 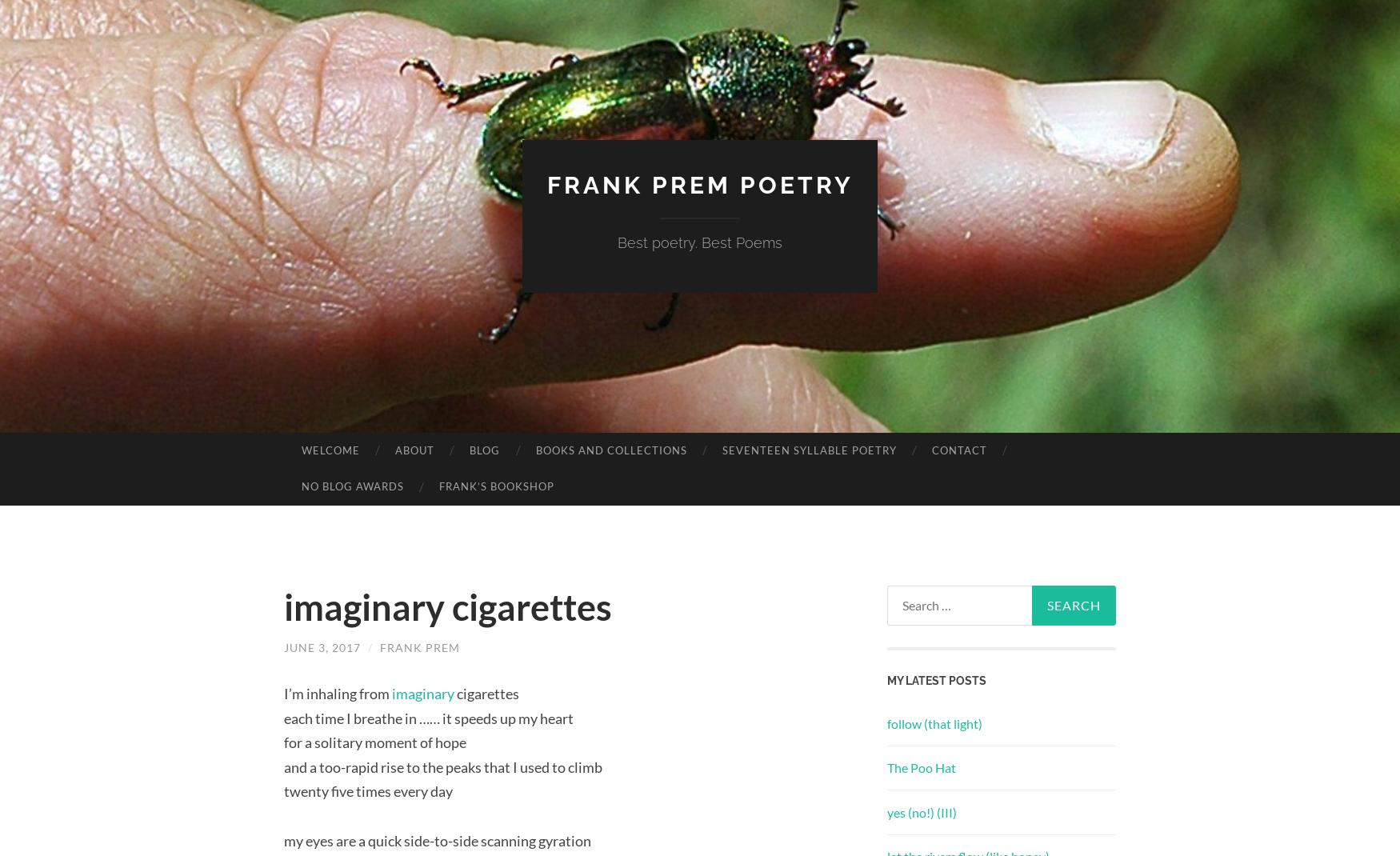 What do you see at coordinates (437, 839) in the screenshot?
I see `'my eyes are a quick side-to-side scanning gyration'` at bounding box center [437, 839].